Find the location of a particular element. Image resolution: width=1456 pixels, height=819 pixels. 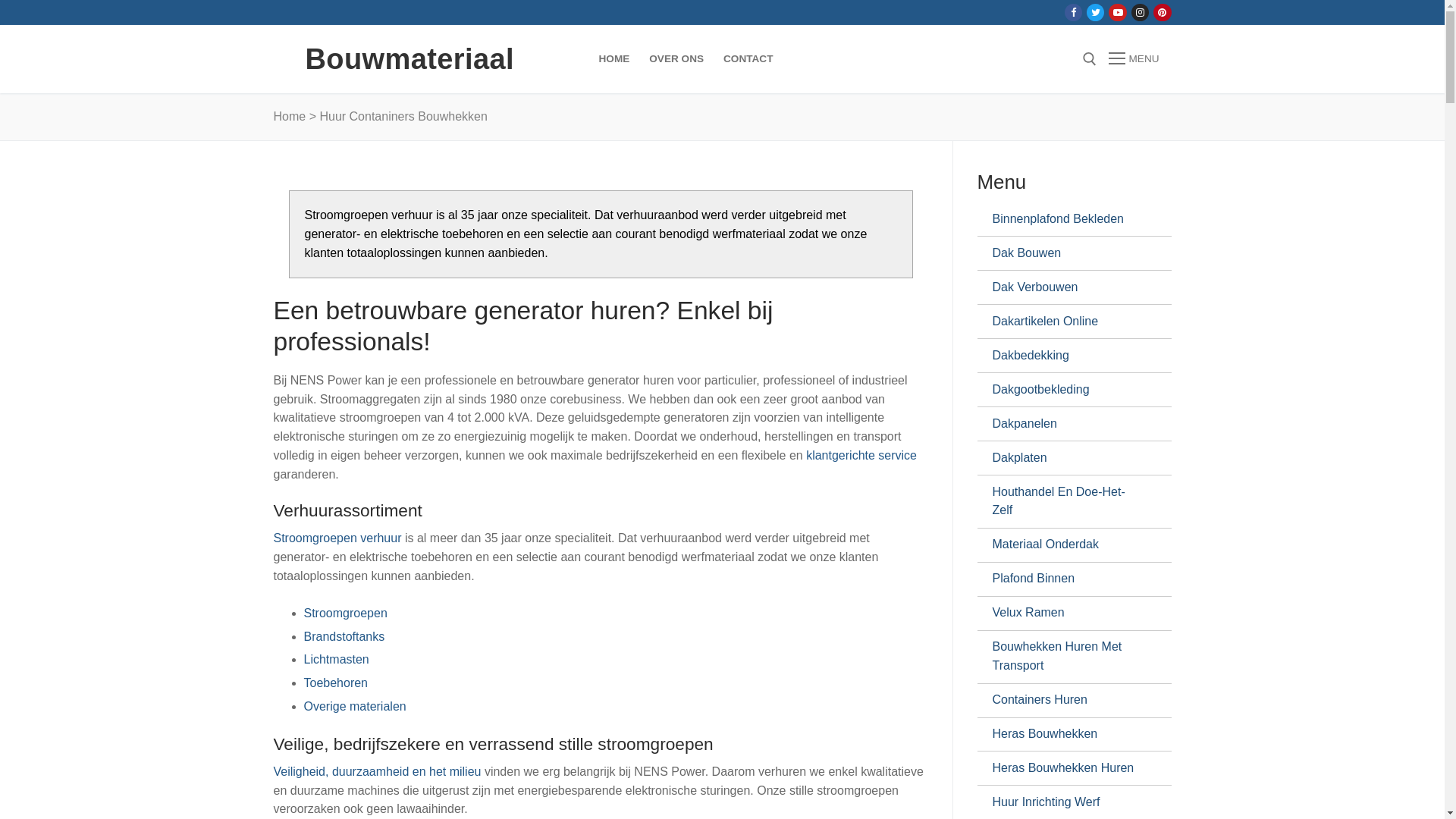

'Plafond Binnen' is located at coordinates (1066, 579).